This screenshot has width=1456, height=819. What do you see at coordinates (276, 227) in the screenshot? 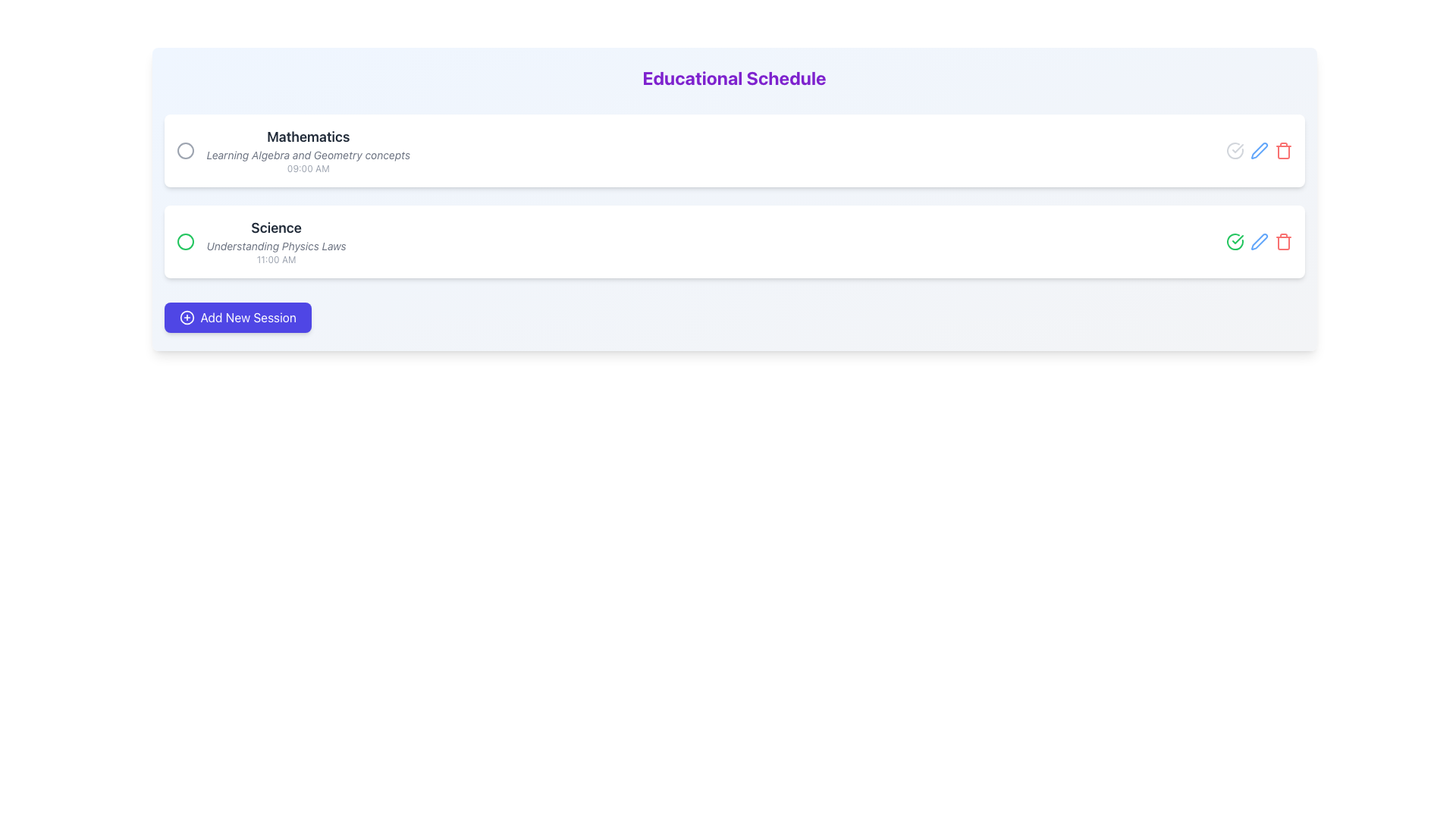
I see `the text label that serves as the header for the session entry titled 'Science', located above the subtitle 'Understanding Physics Laws' and the timestamp '11:00 AM'` at bounding box center [276, 227].